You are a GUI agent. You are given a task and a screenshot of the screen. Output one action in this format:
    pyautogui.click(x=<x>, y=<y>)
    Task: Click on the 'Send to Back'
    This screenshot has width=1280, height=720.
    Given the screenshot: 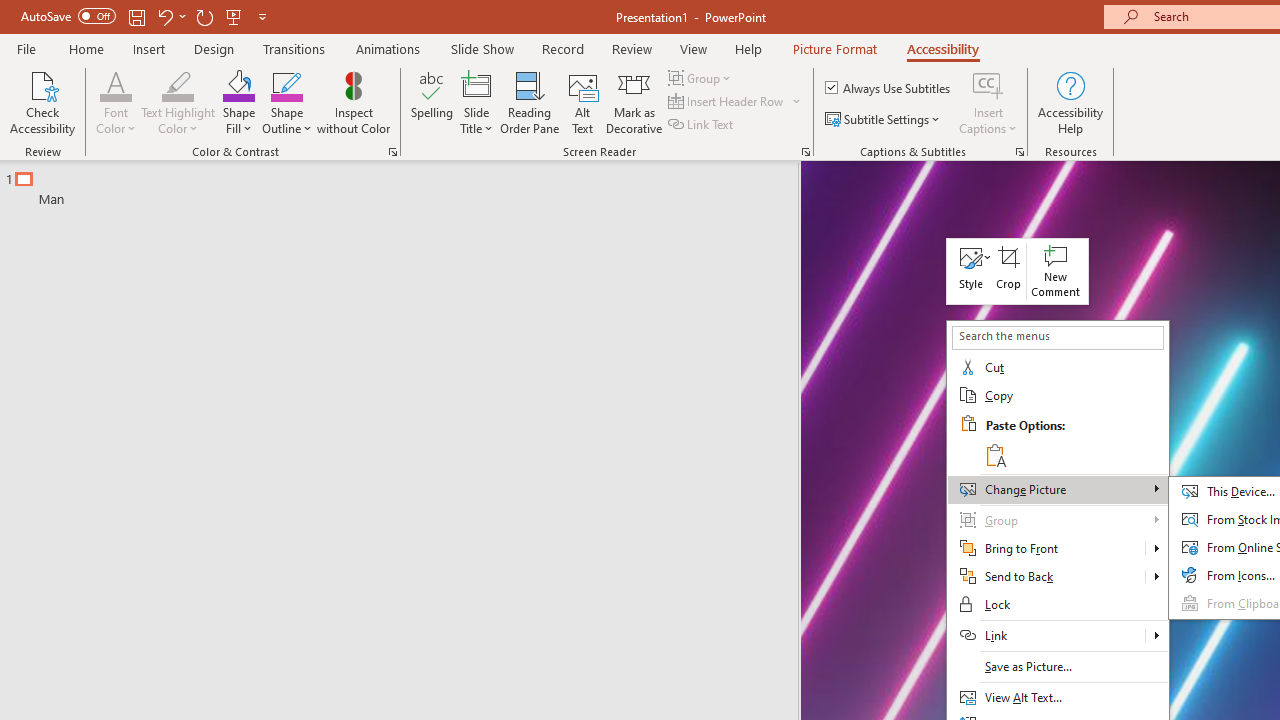 What is the action you would take?
    pyautogui.click(x=1046, y=577)
    